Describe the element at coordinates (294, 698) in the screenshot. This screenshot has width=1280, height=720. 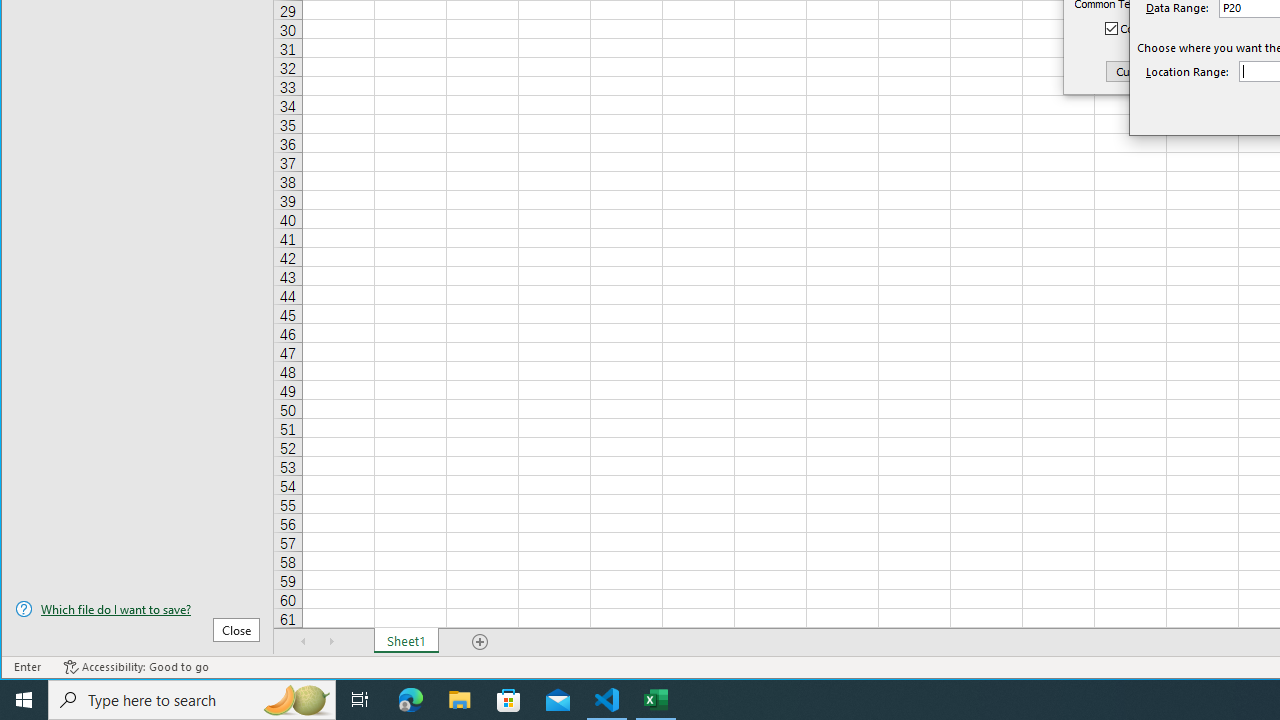
I see `'Search highlights icon opens search home window'` at that location.